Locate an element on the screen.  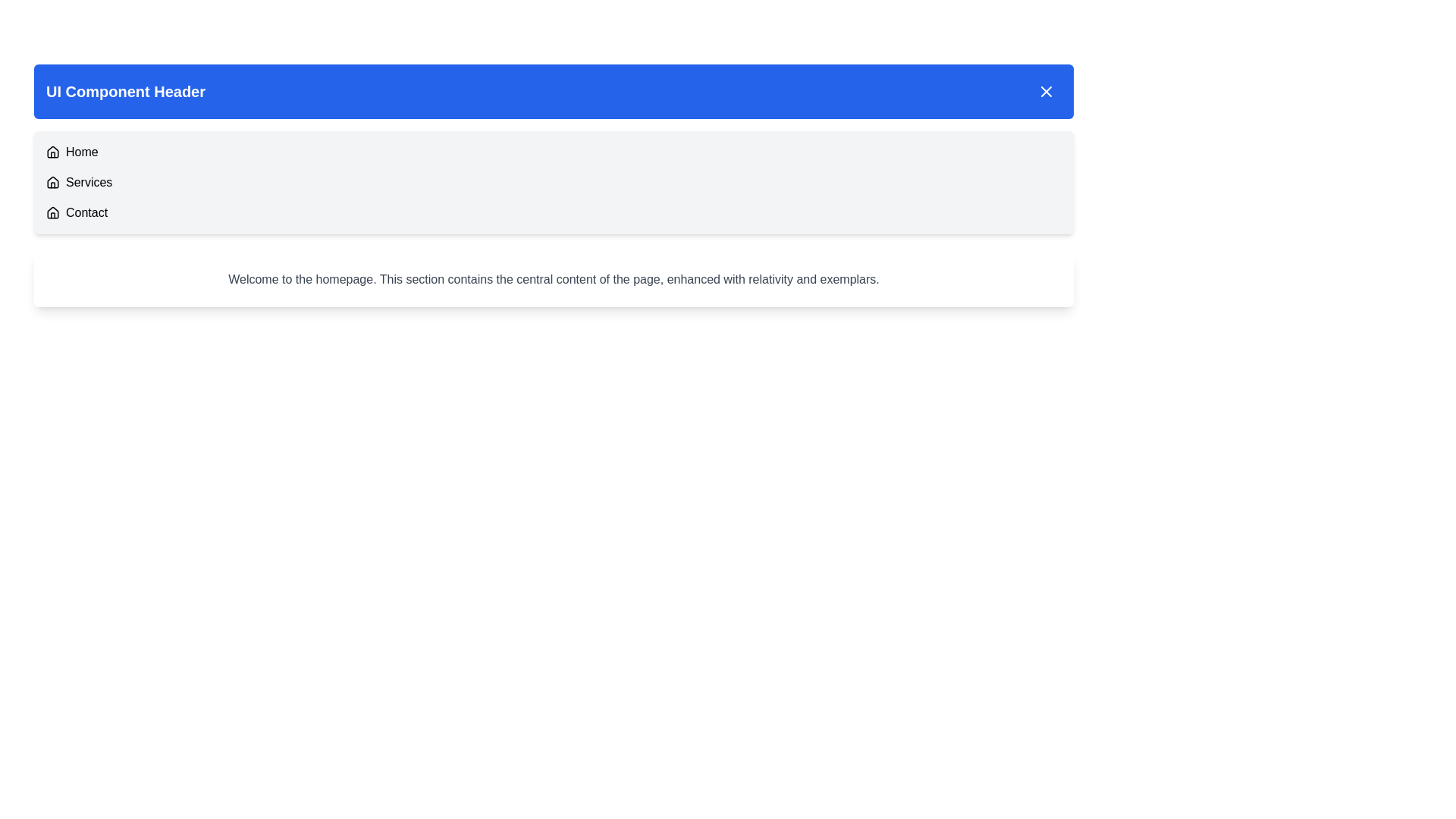
navigation link label titled 'Services', which is the second item in the vertical list of navigation links located centrally in the interface is located at coordinates (88, 181).